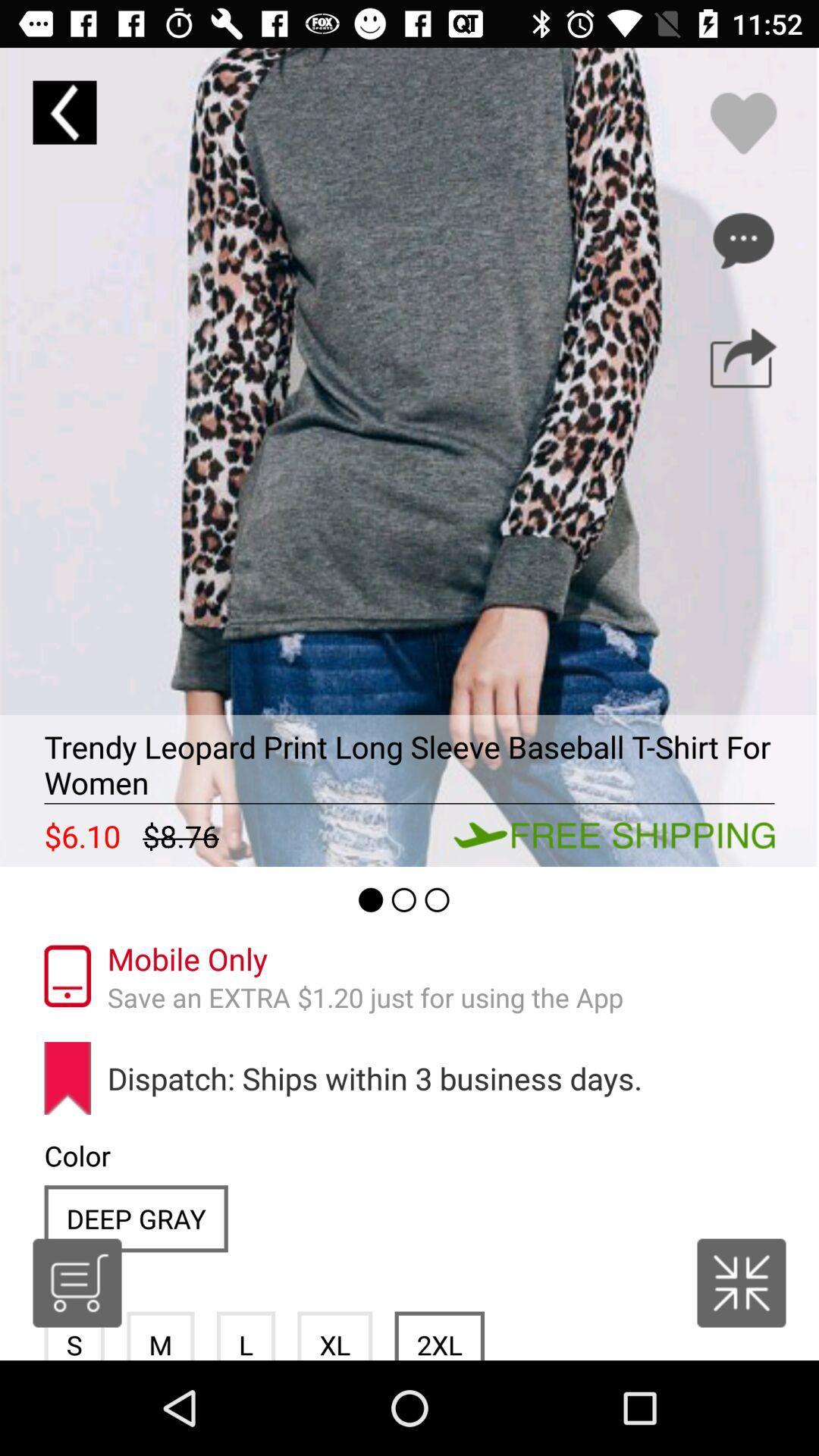 The image size is (819, 1456). I want to click on open shopping cart, so click(77, 1282).